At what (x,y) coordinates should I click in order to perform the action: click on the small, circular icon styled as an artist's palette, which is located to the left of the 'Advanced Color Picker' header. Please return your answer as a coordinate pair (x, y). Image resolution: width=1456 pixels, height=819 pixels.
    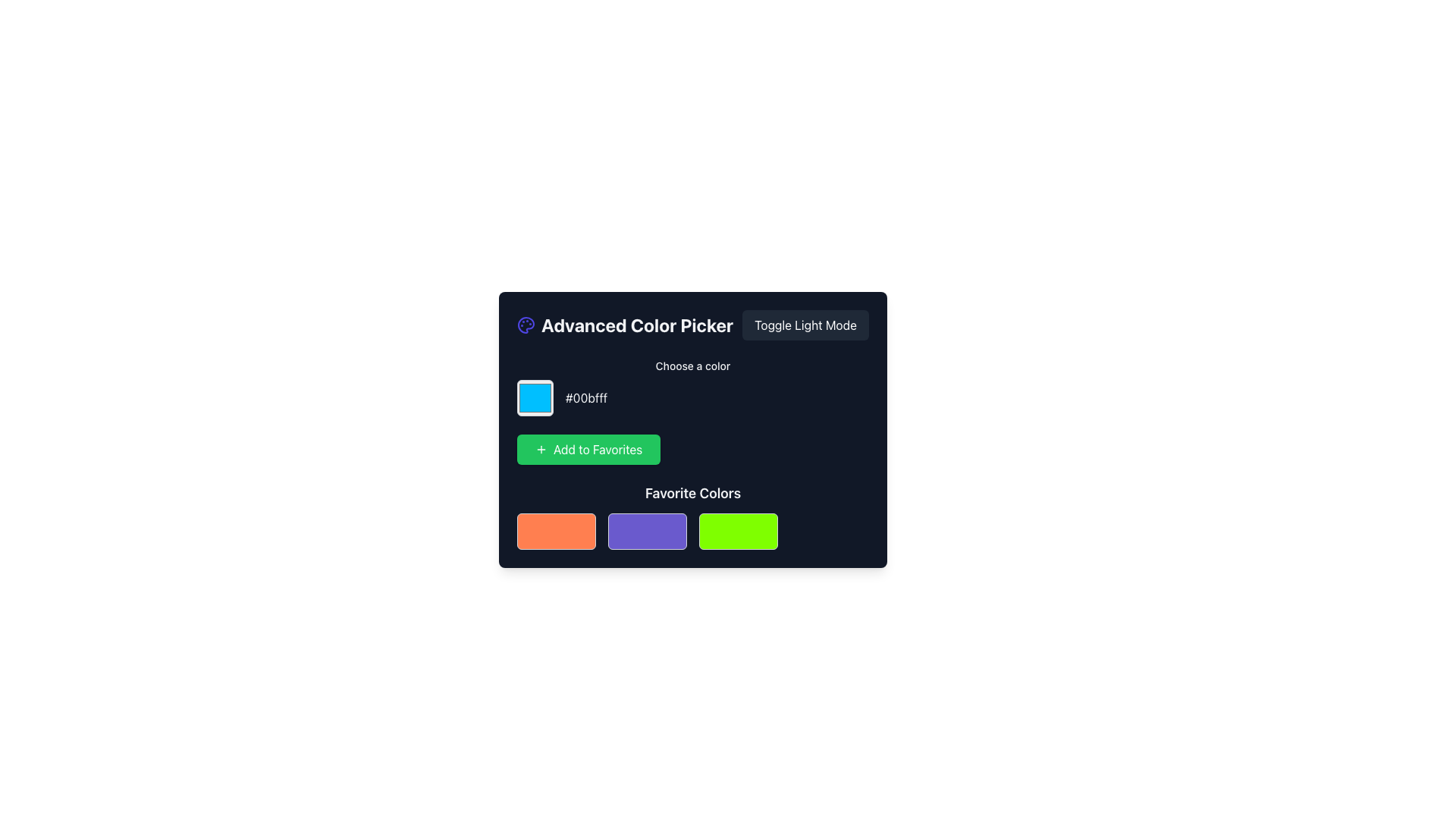
    Looking at the image, I should click on (526, 324).